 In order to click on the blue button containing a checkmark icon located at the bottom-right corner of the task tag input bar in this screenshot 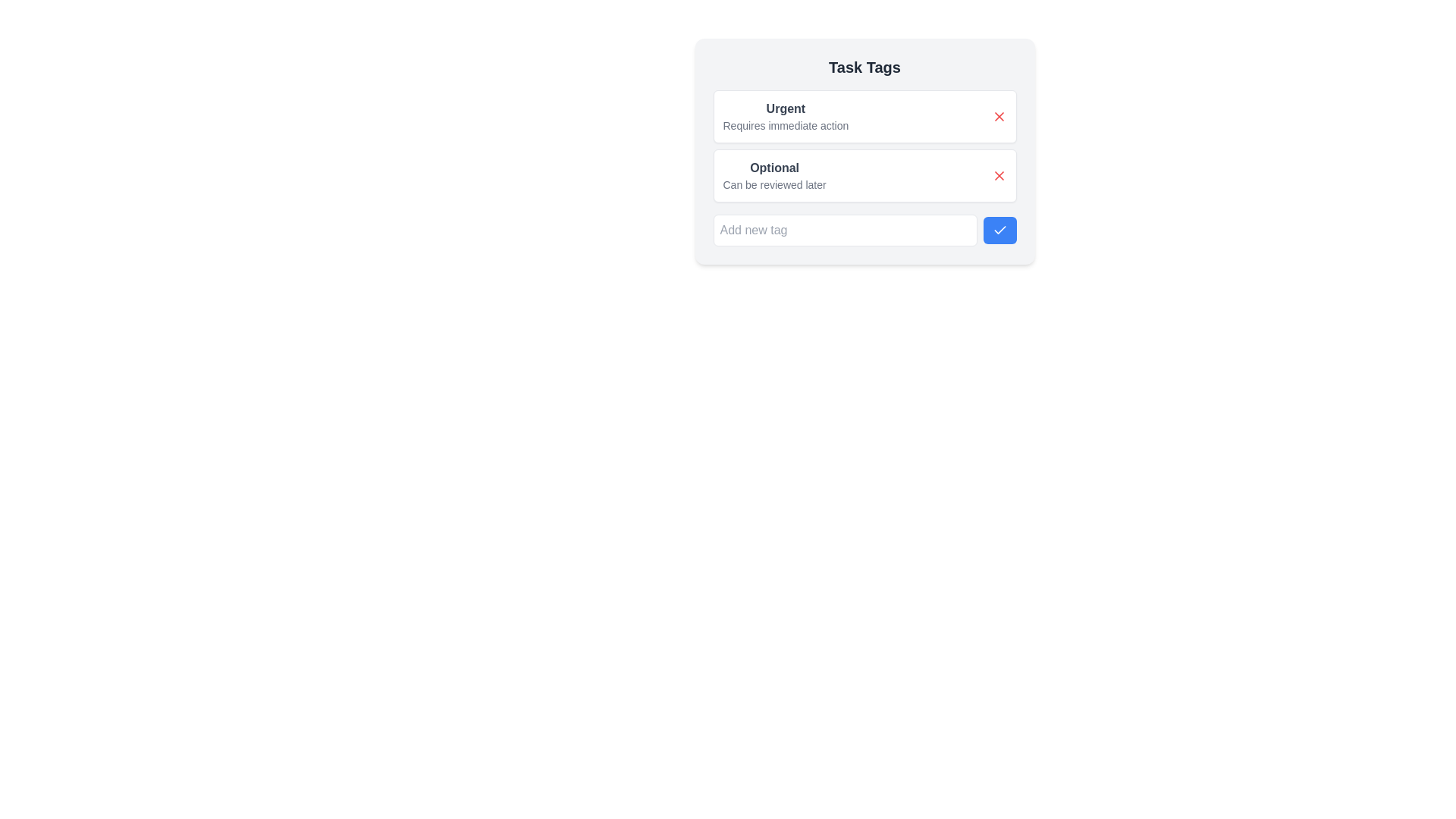, I will do `click(999, 231)`.